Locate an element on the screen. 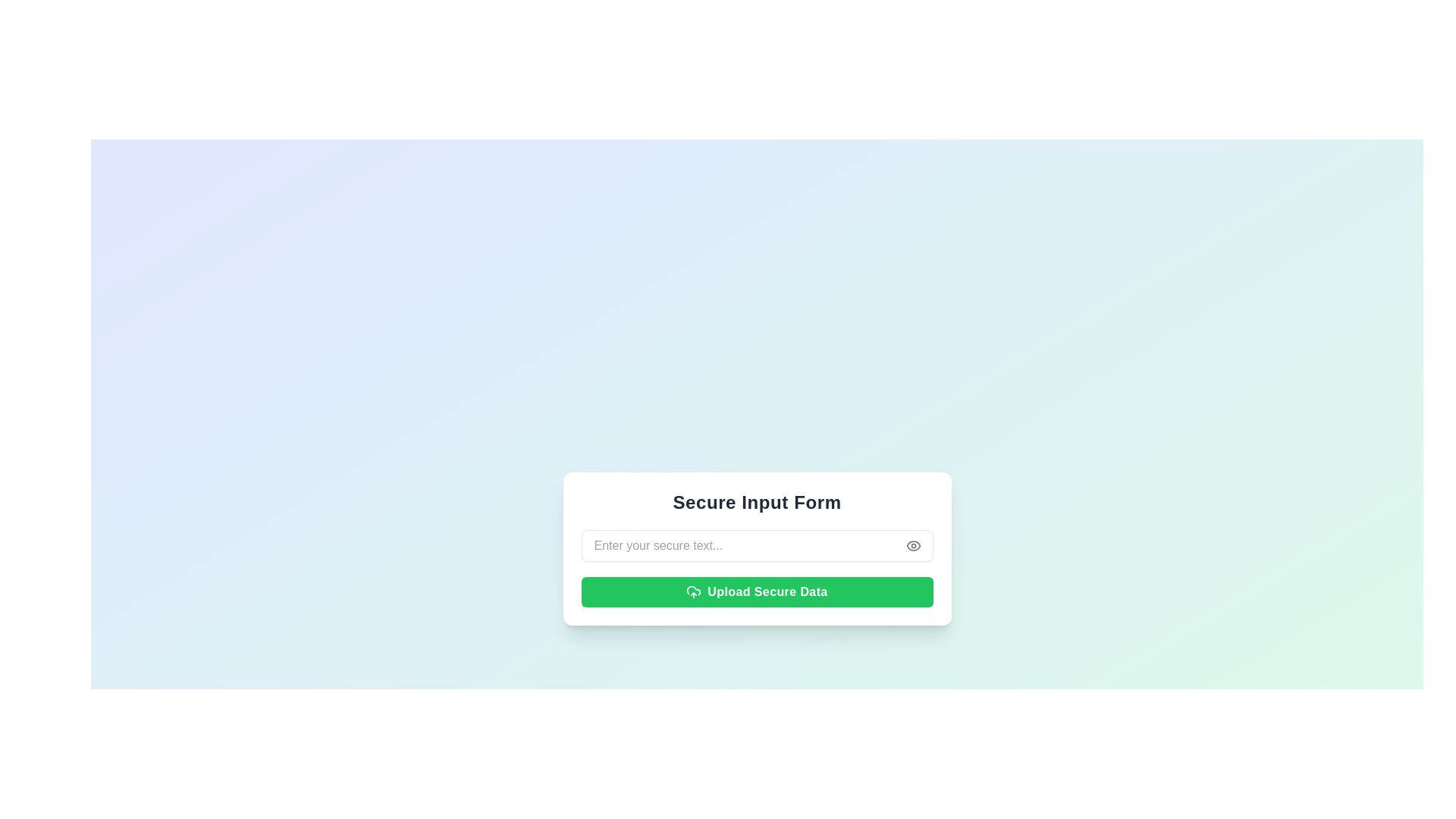 This screenshot has width=1456, height=819. the icon used to toggle the visibility of the entered text in the Secure Input Form, located on the right side of the input text field is located at coordinates (912, 546).